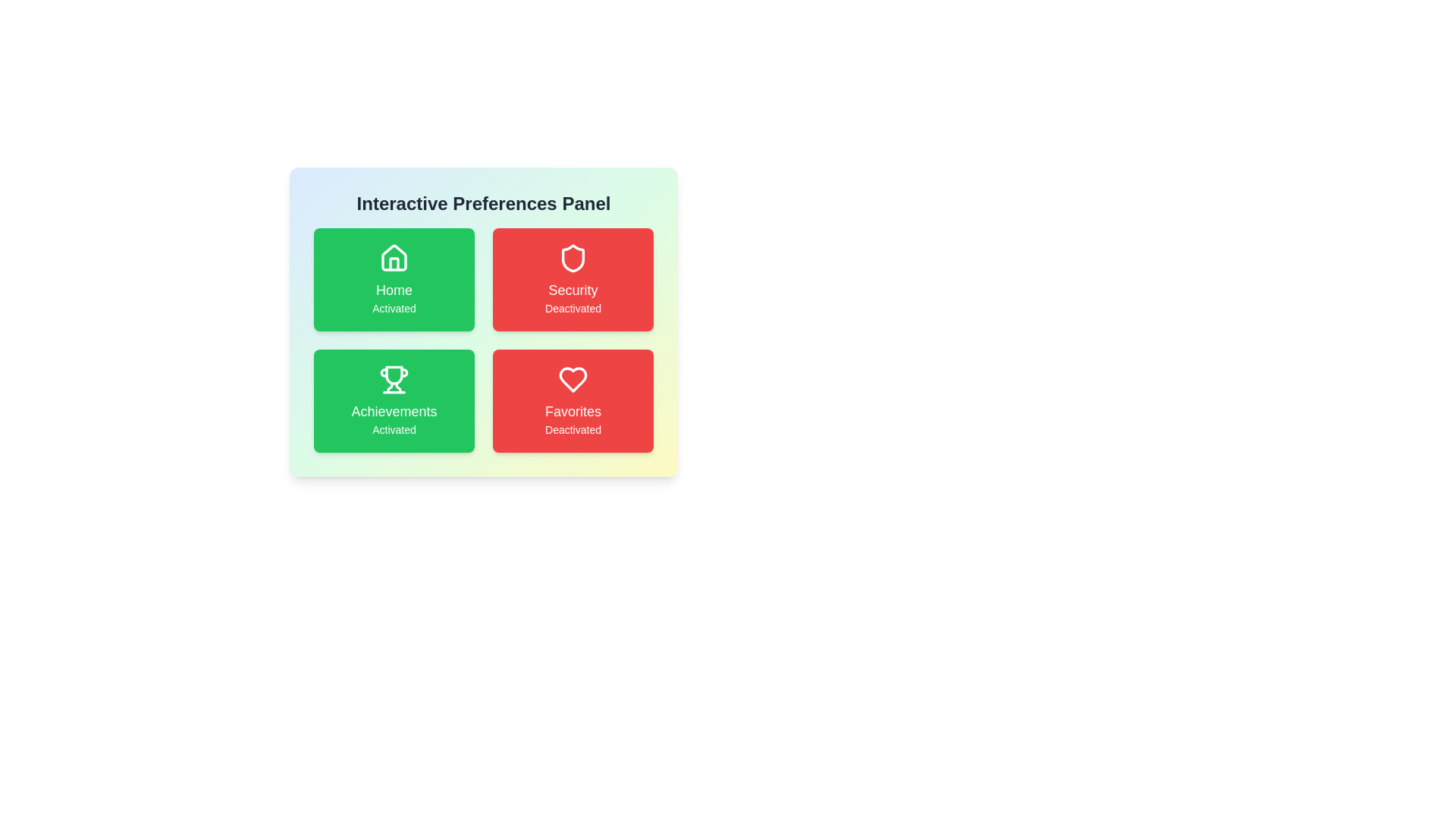  I want to click on the text of the option Home to inspect or copy it, so click(394, 280).